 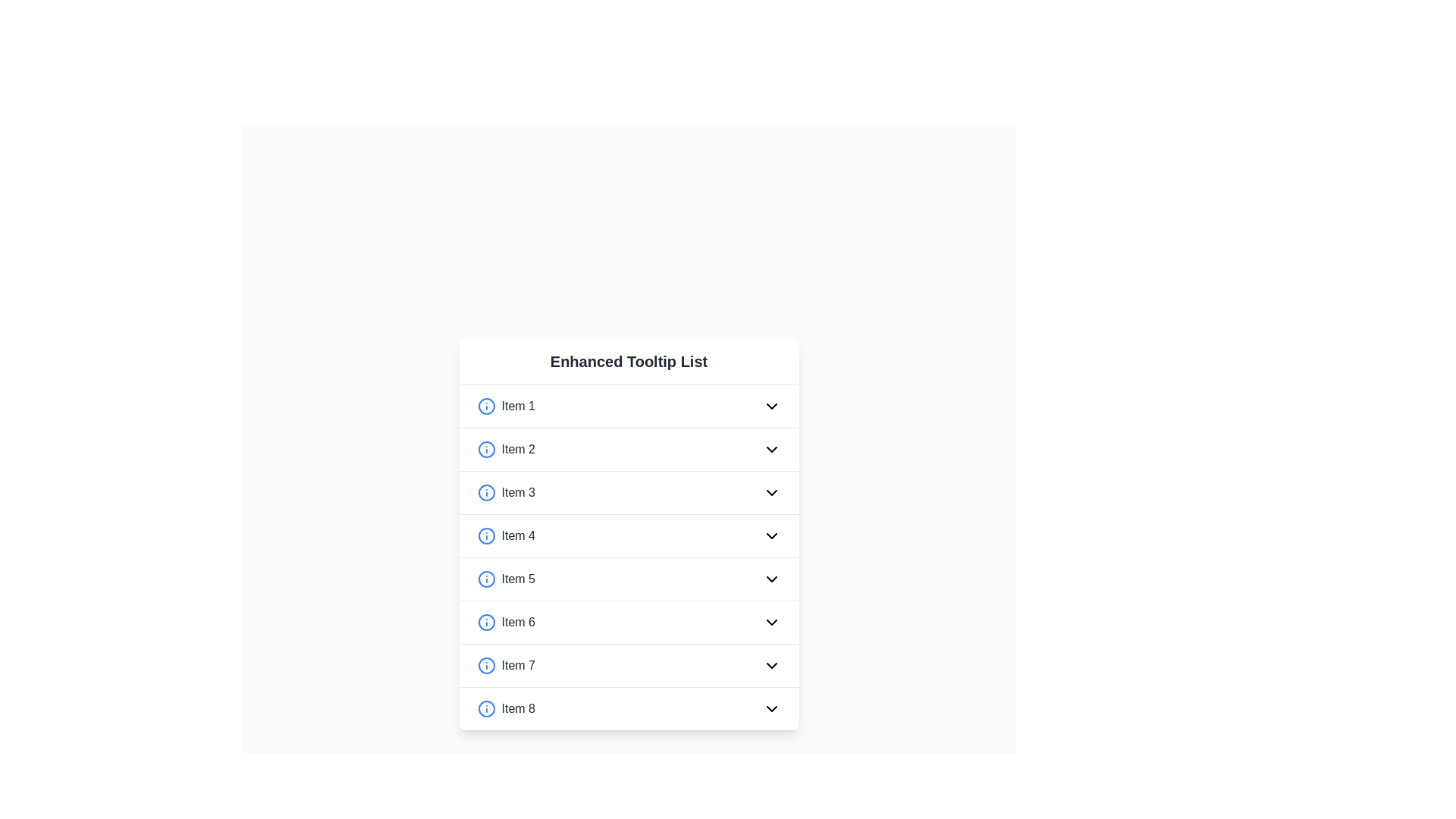 What do you see at coordinates (506, 449) in the screenshot?
I see `the graphic icon associated with the second item in the 'Enhanced Tooltip List'` at bounding box center [506, 449].